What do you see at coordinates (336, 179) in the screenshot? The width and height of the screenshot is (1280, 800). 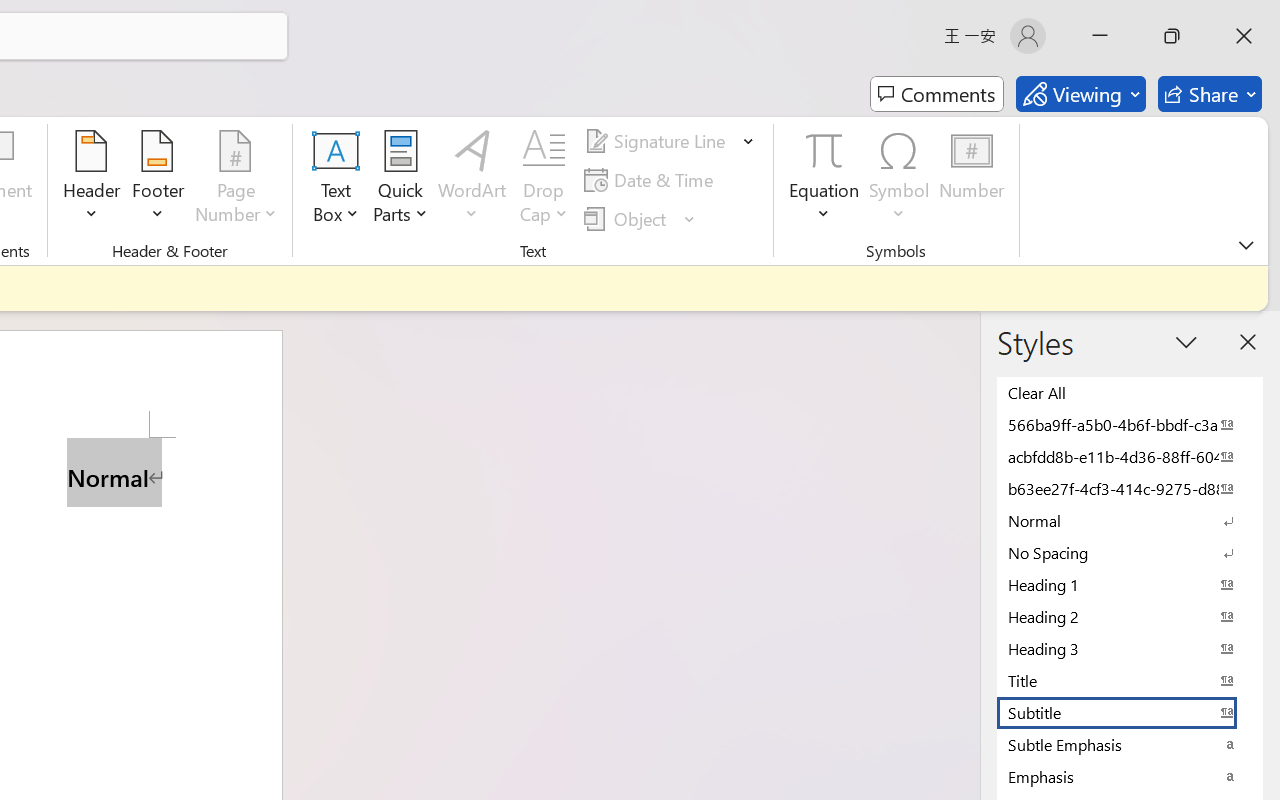 I see `'Text Box'` at bounding box center [336, 179].